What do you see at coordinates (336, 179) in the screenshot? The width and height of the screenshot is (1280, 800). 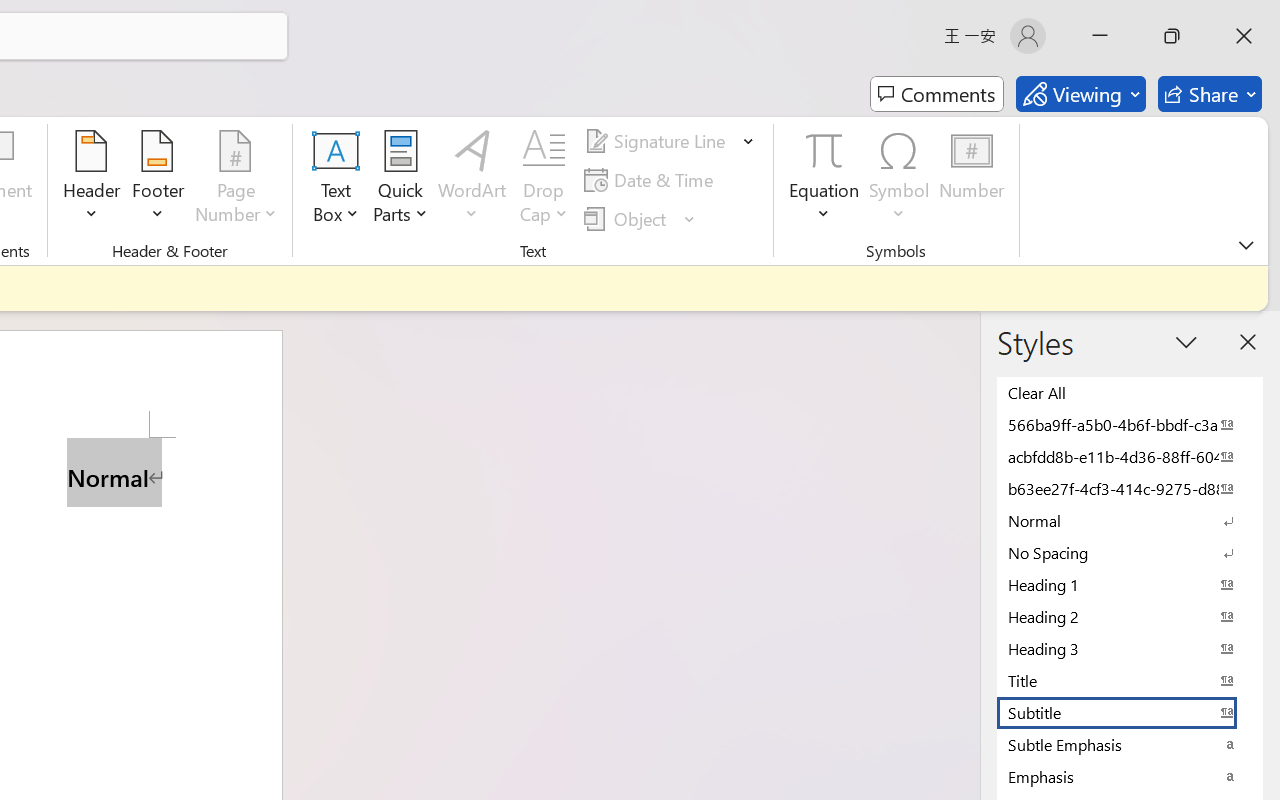 I see `'Text Box'` at bounding box center [336, 179].